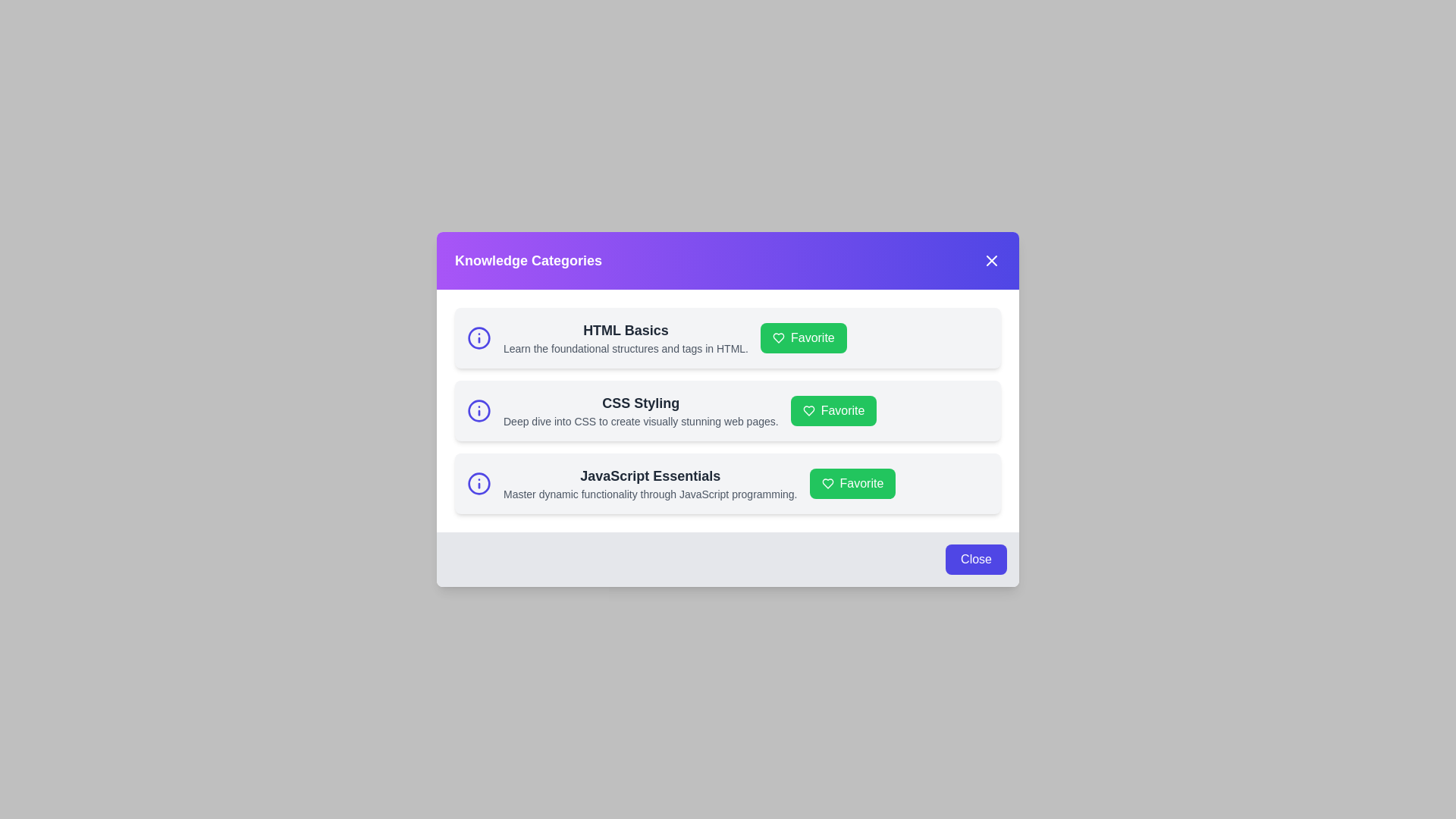 This screenshot has width=1456, height=819. I want to click on the green 'Favorite' button with a heart icon to mark the item as favorite, so click(852, 483).